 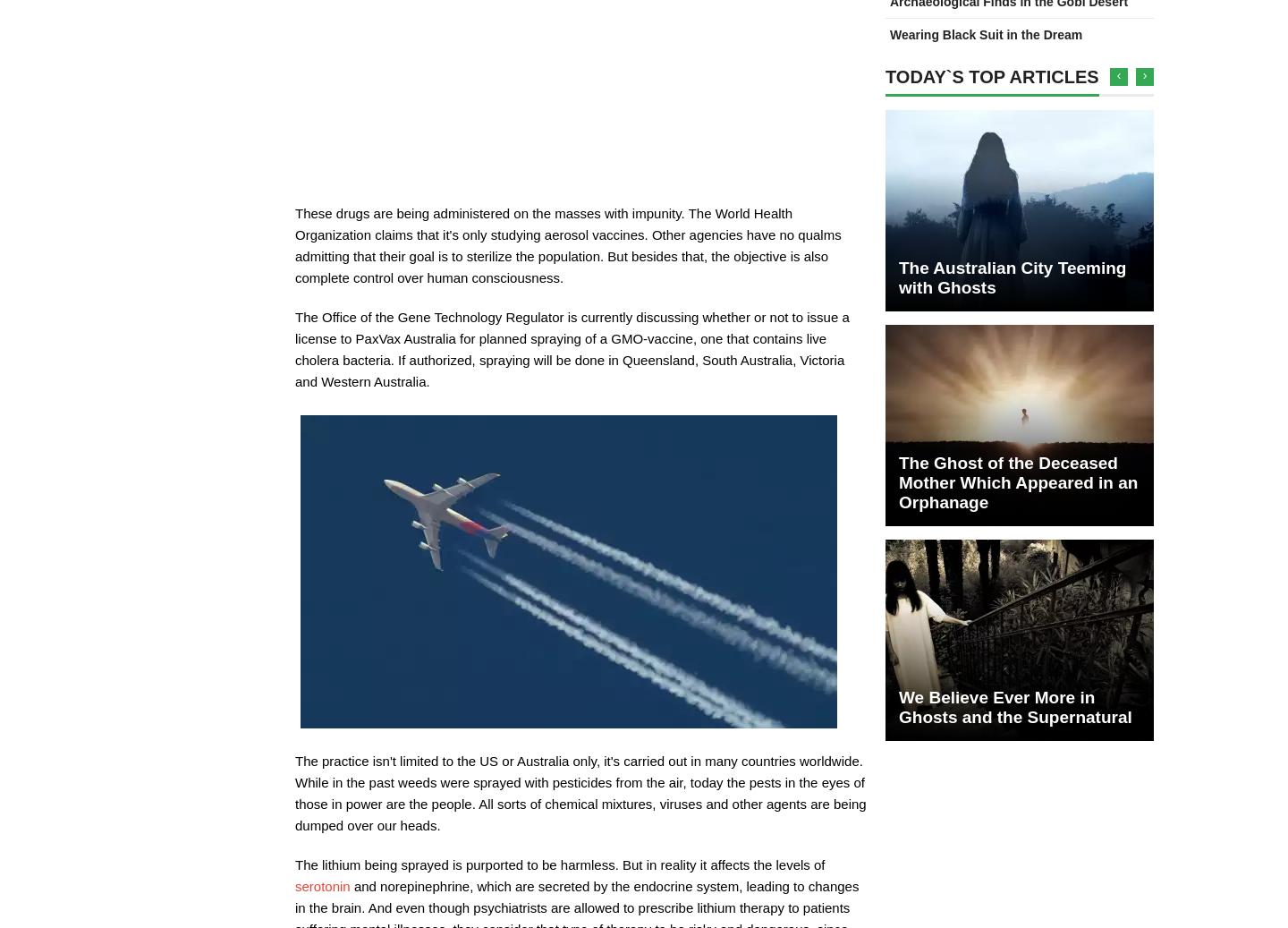 I want to click on 'The Australian City Teeming with Ghosts', so click(x=1011, y=277).